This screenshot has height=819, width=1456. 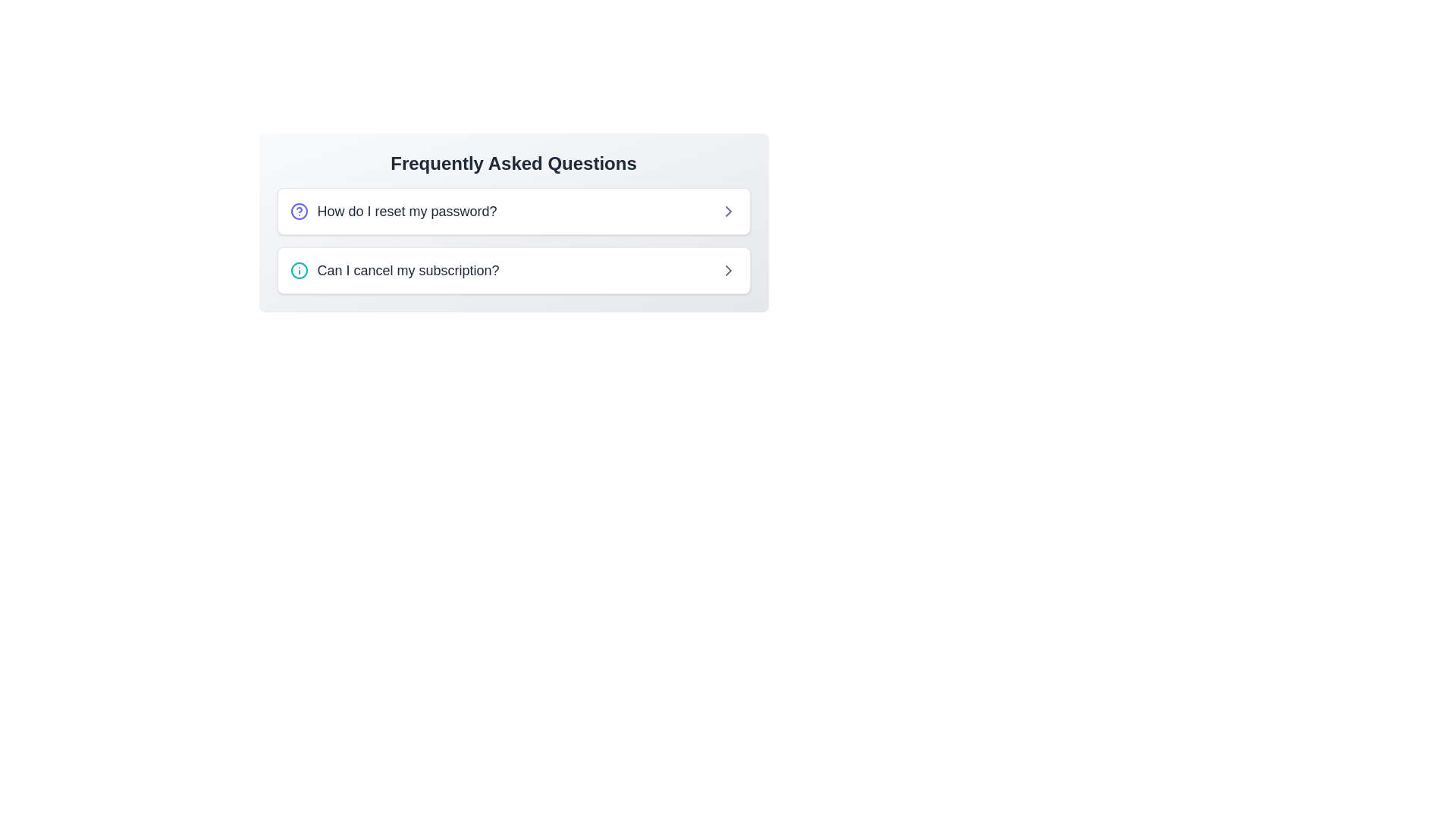 What do you see at coordinates (299, 270) in the screenshot?
I see `the icon element representing the question 'Can I cancel my subscription?' that is positioned to the left of the corresponding text in the FAQ interface` at bounding box center [299, 270].